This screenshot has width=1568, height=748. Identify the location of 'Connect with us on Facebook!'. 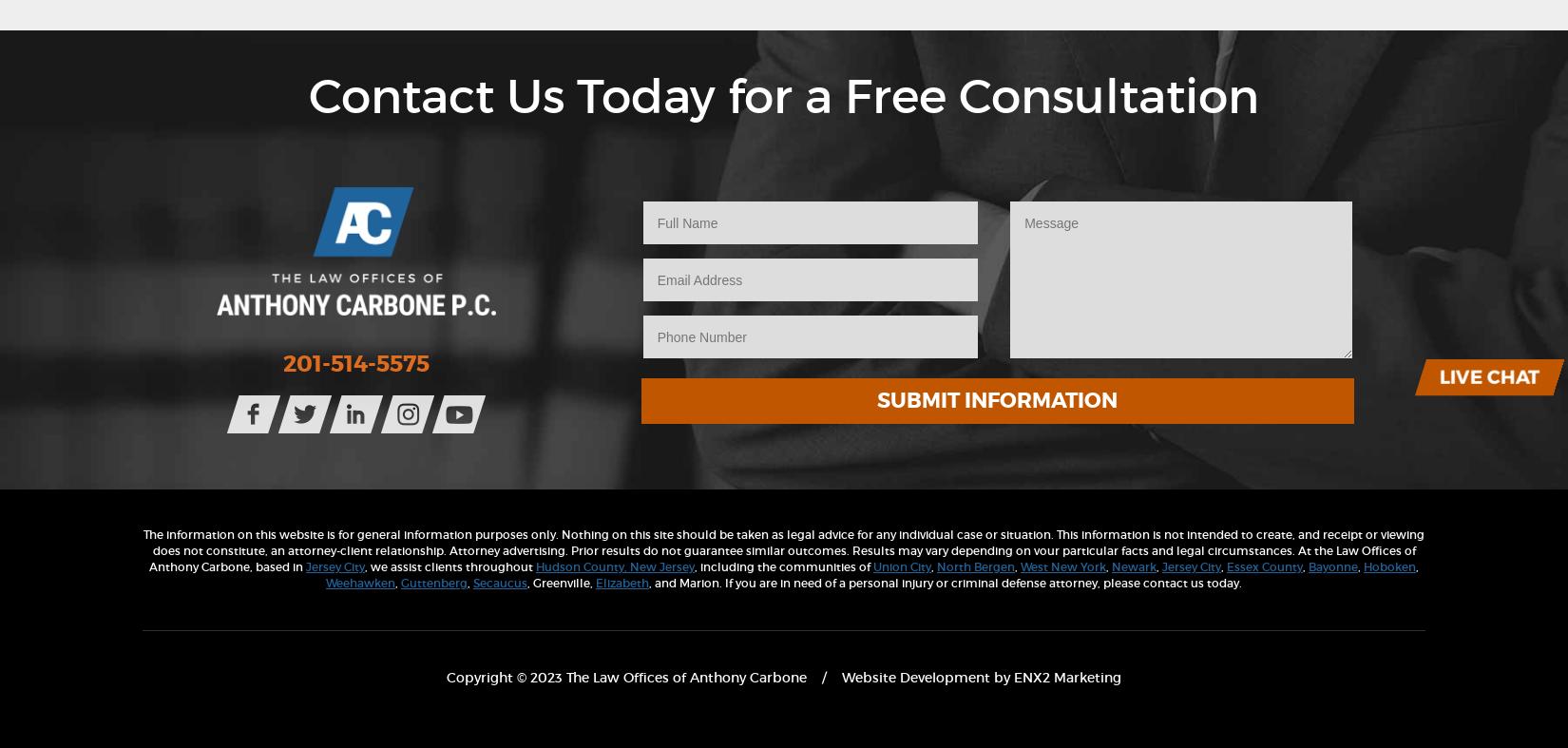
(379, 403).